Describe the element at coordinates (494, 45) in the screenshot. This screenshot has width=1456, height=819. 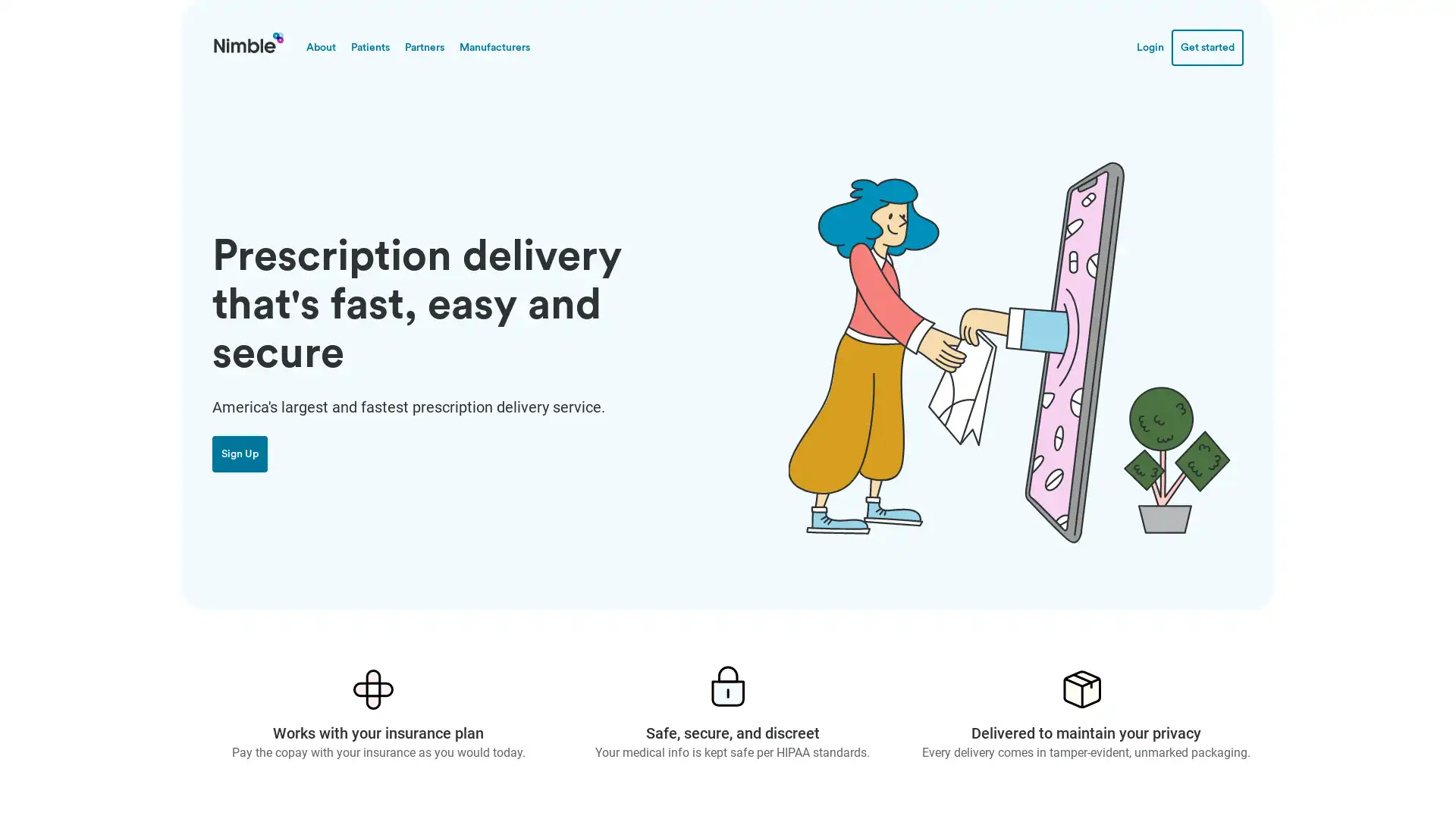
I see `Manufacturers` at that location.